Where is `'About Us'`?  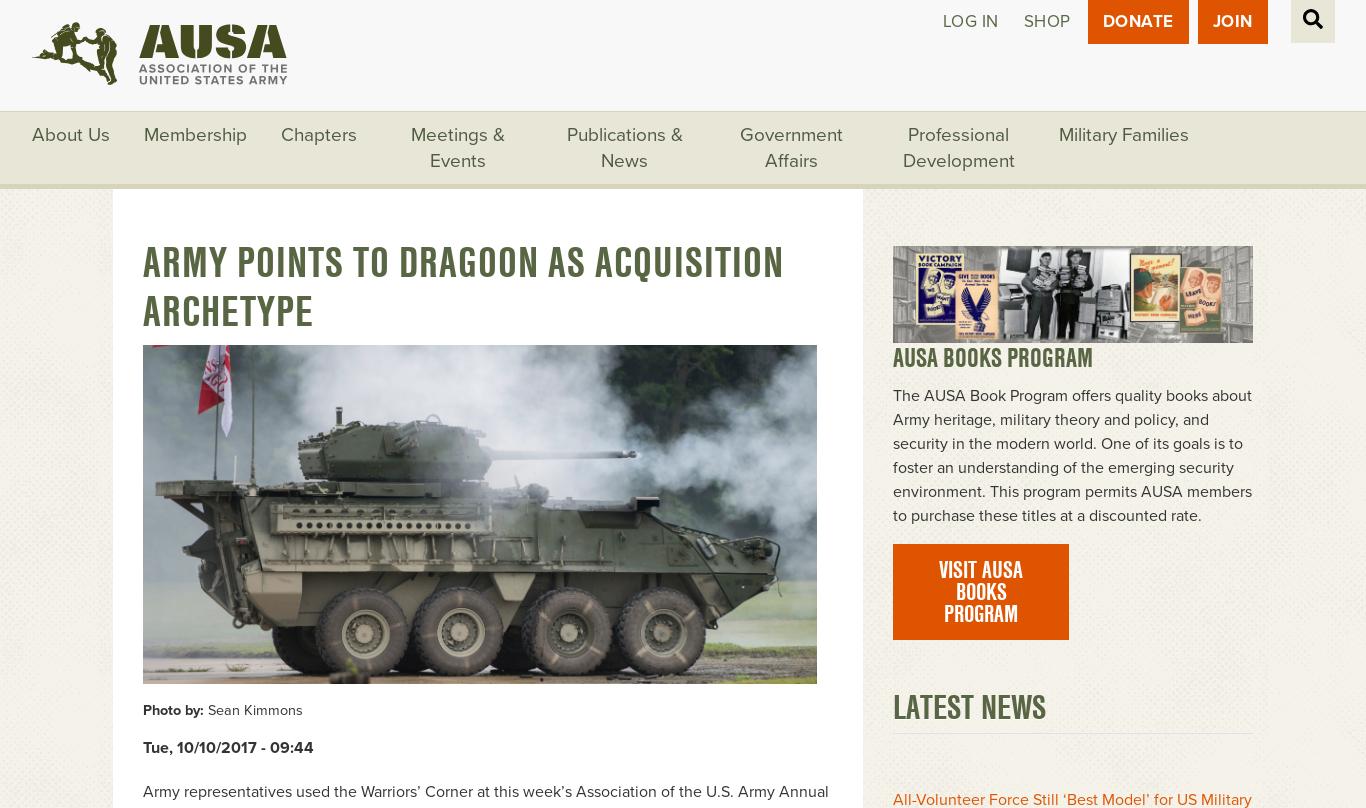 'About Us' is located at coordinates (71, 132).